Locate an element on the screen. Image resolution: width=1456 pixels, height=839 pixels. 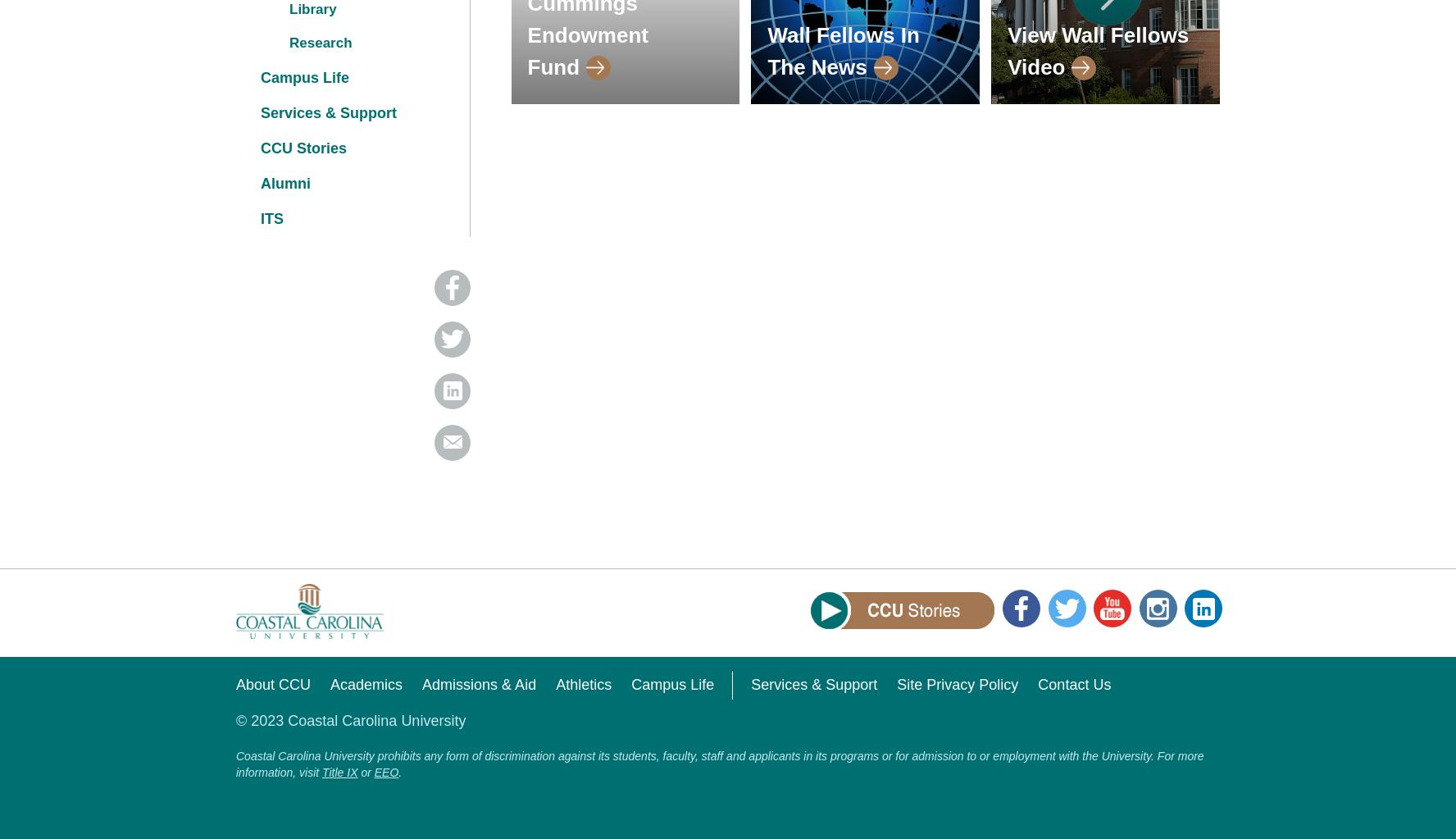
'ITS' is located at coordinates (271, 217).